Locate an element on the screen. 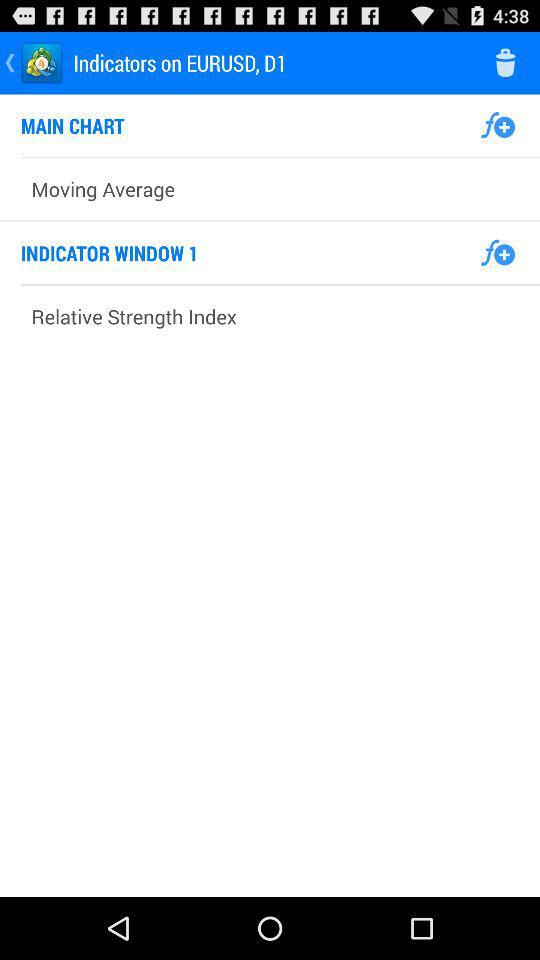 Image resolution: width=540 pixels, height=960 pixels. to add function is located at coordinates (496, 252).